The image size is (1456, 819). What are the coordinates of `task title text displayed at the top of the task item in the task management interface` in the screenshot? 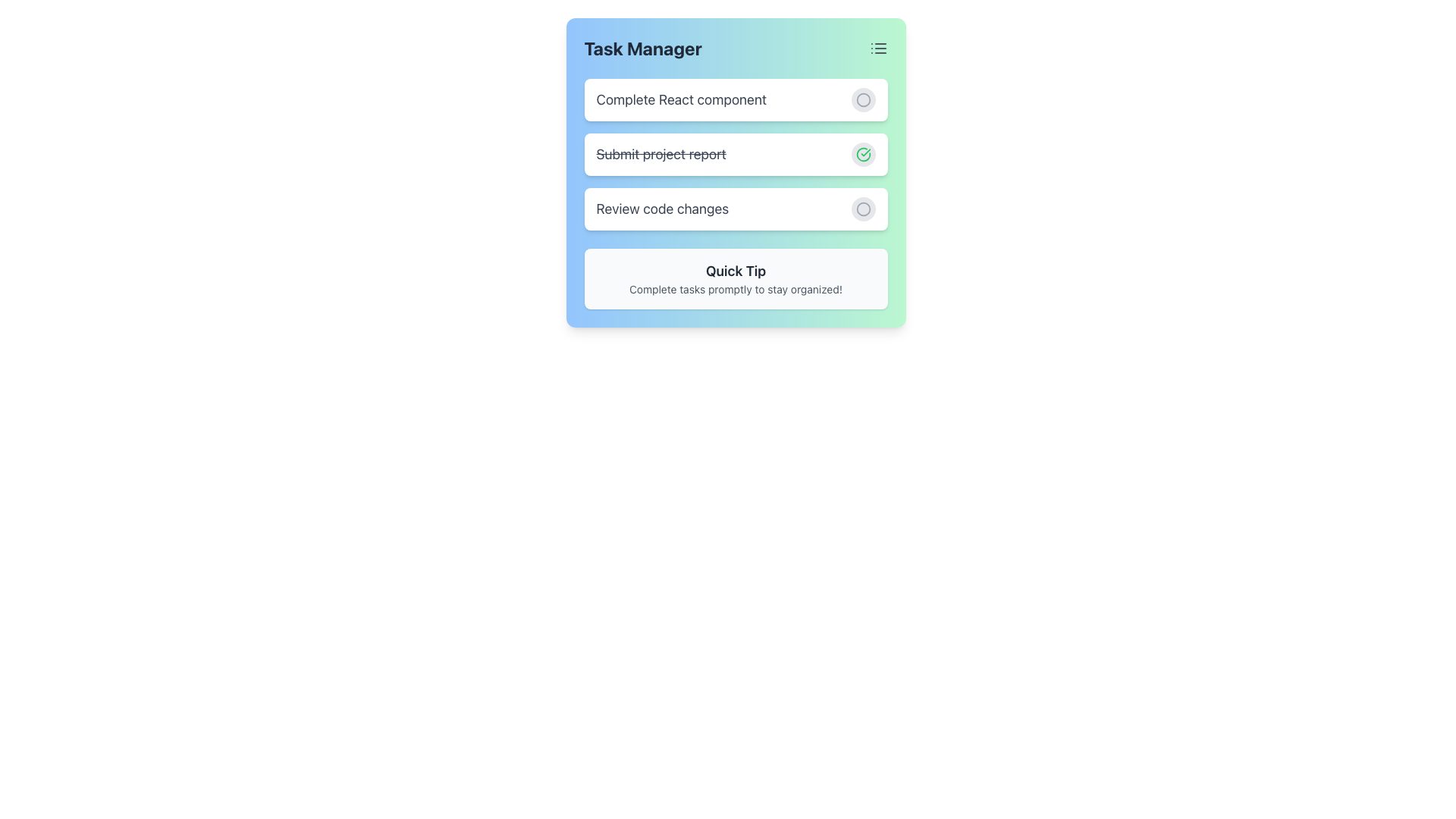 It's located at (680, 99).